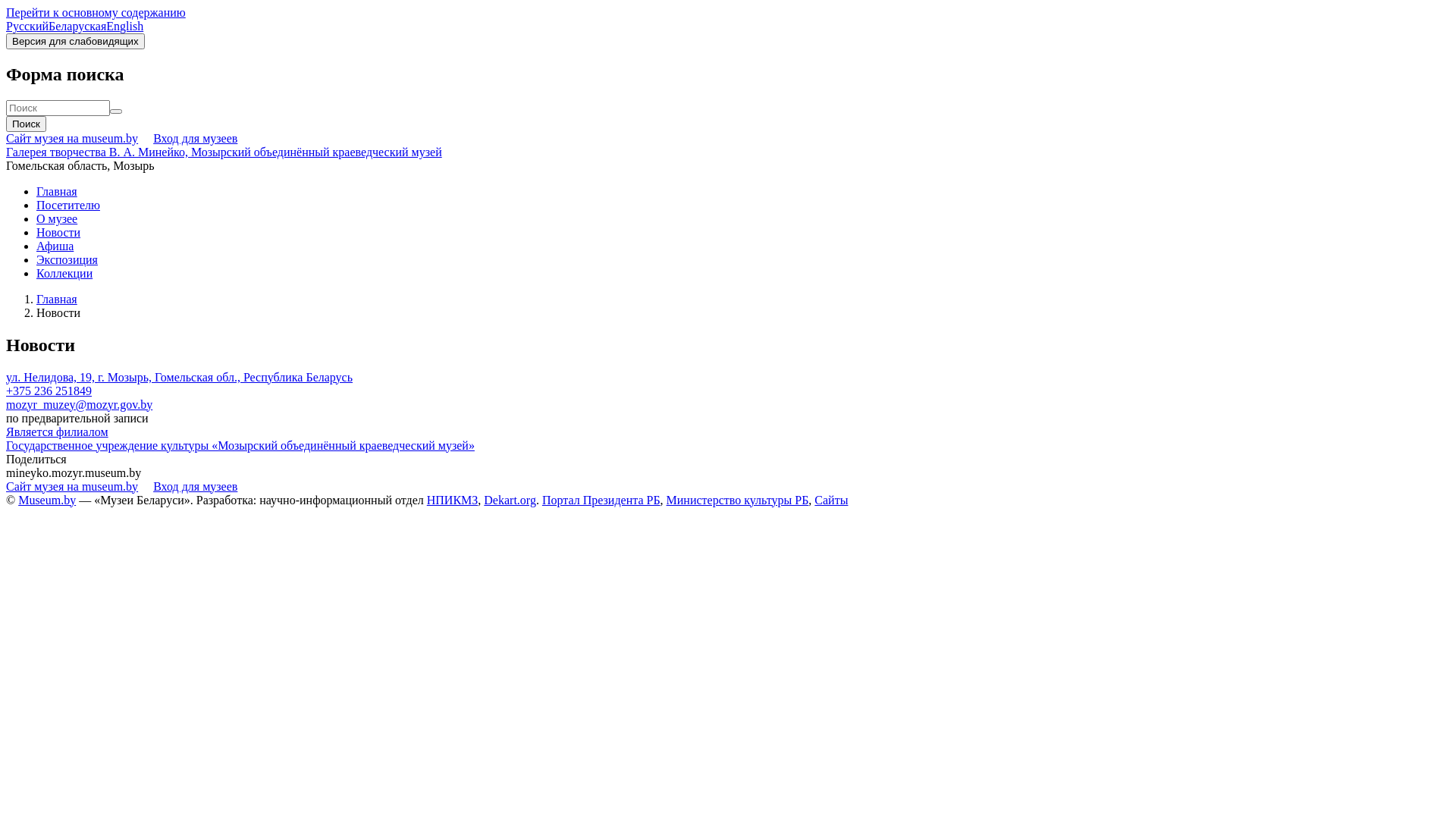  What do you see at coordinates (78, 403) in the screenshot?
I see `'mozyr_muzey@mozyr.gov.by'` at bounding box center [78, 403].